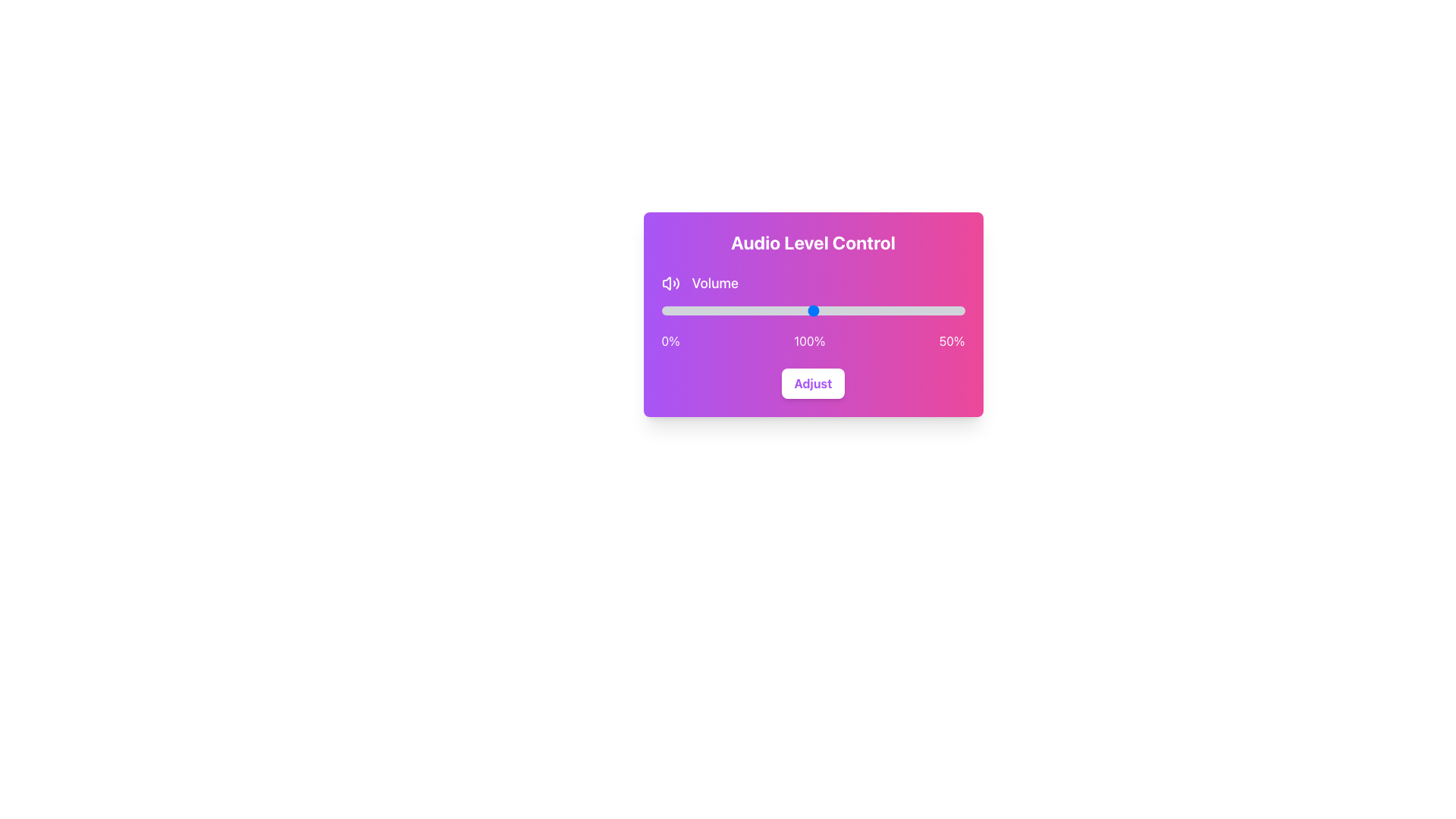 The width and height of the screenshot is (1456, 819). What do you see at coordinates (812, 284) in the screenshot?
I see `the Text and Icon Label Group containing the 'Volume' label and speaker icon, positioned near the top of the 'Audio Level Control' panel` at bounding box center [812, 284].